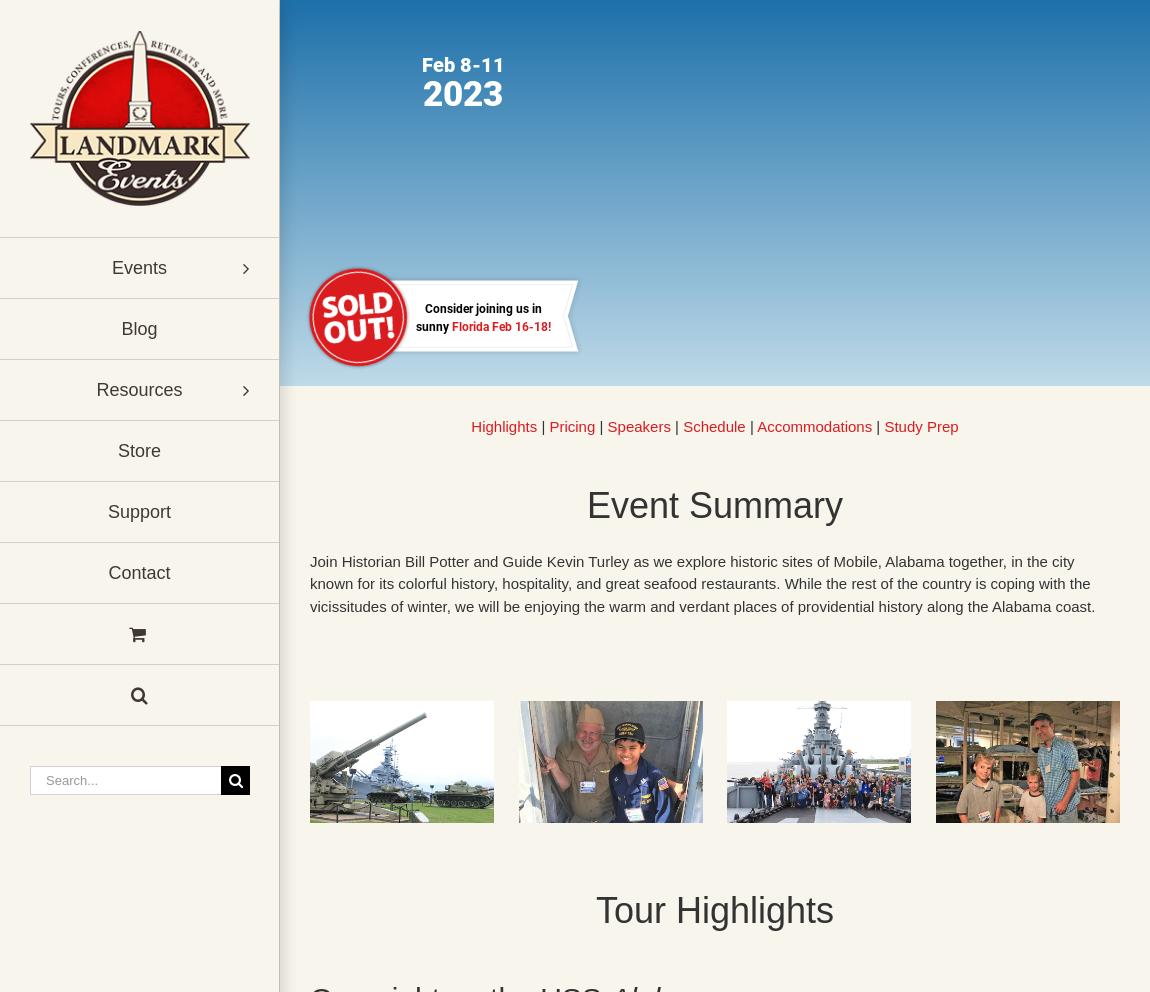 Image resolution: width=1150 pixels, height=992 pixels. What do you see at coordinates (463, 64) in the screenshot?
I see `'Feb 8-11'` at bounding box center [463, 64].